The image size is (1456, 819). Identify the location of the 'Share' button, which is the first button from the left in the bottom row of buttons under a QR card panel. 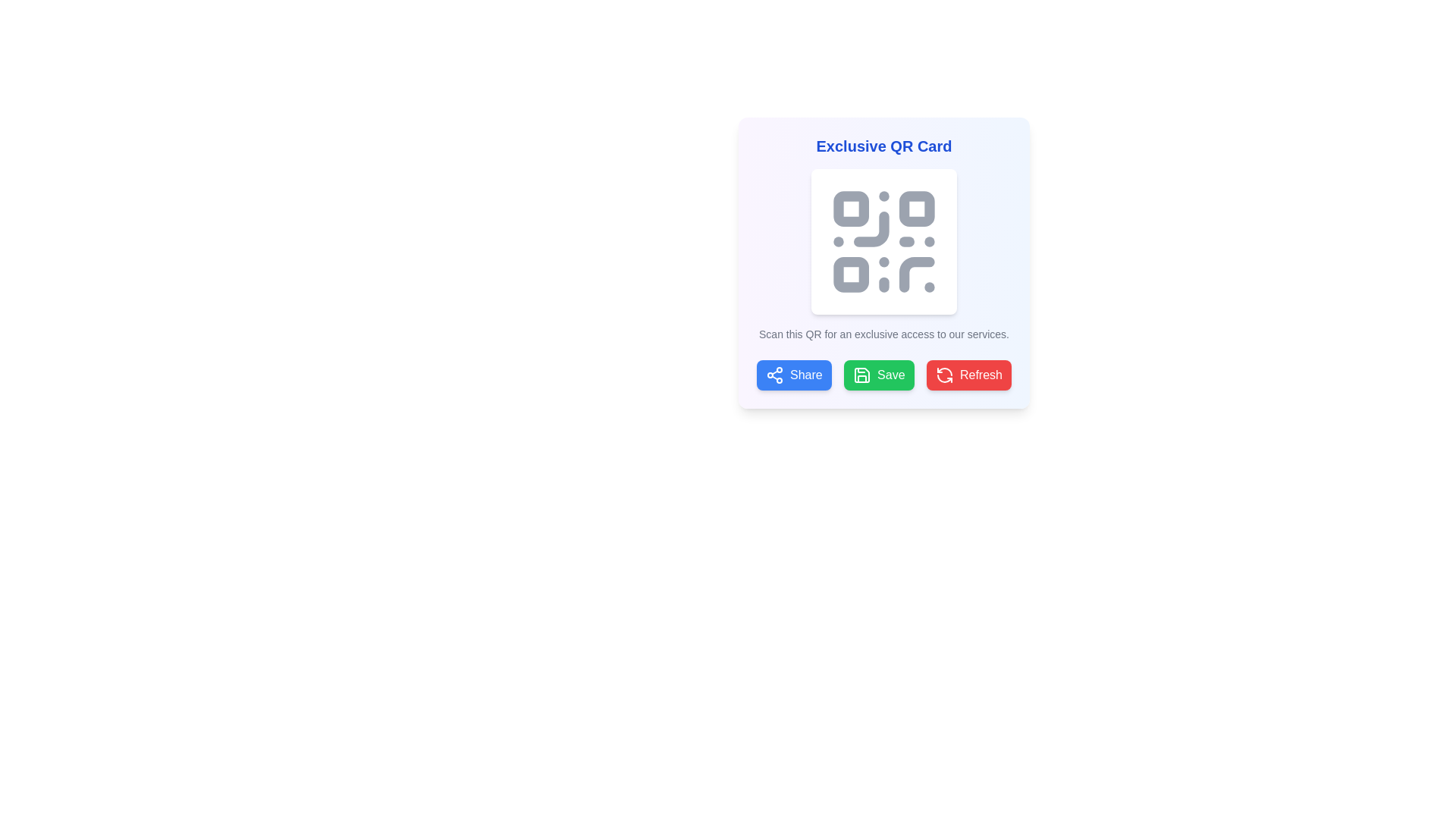
(805, 375).